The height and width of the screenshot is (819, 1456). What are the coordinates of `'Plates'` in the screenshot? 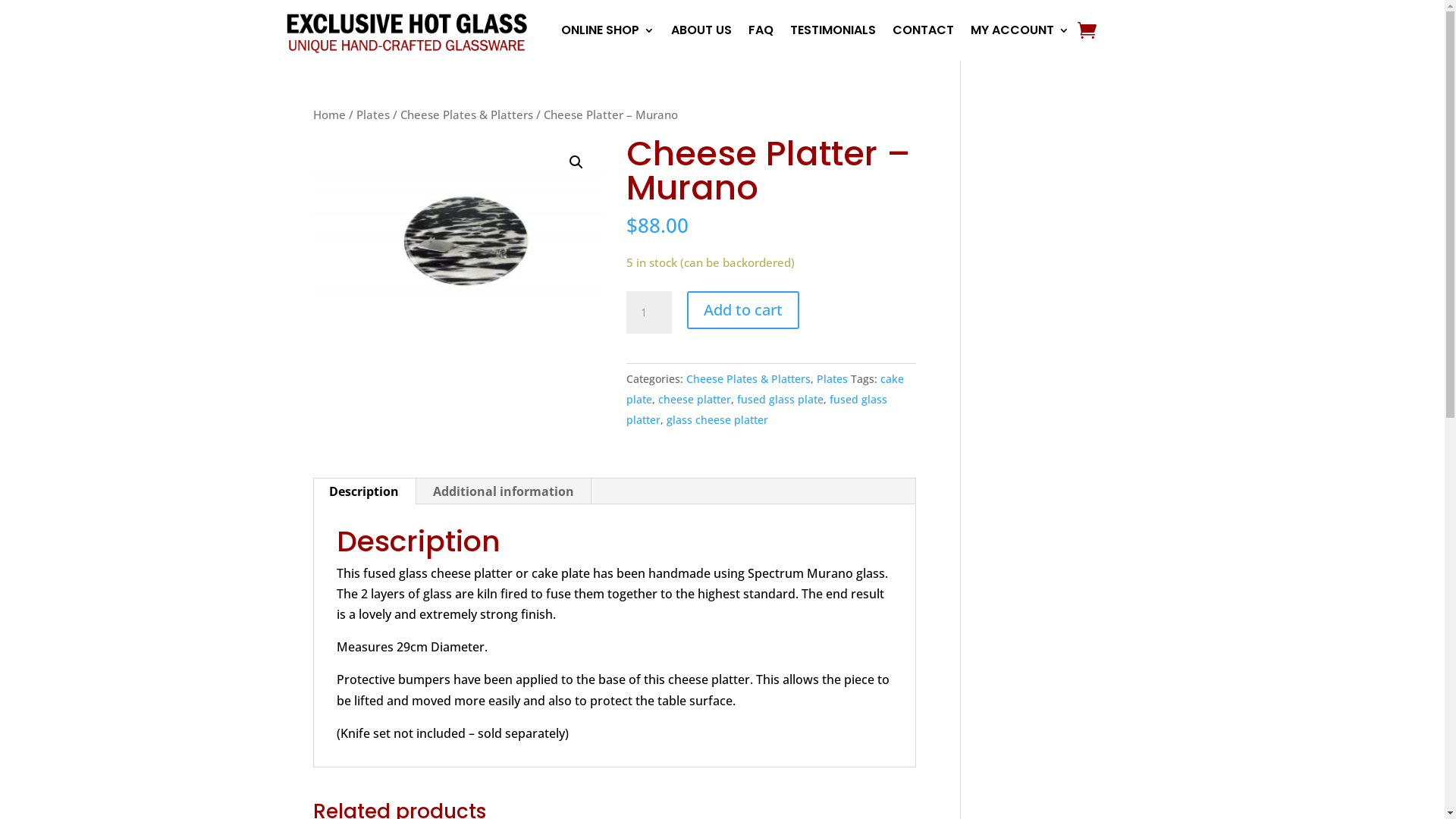 It's located at (831, 378).